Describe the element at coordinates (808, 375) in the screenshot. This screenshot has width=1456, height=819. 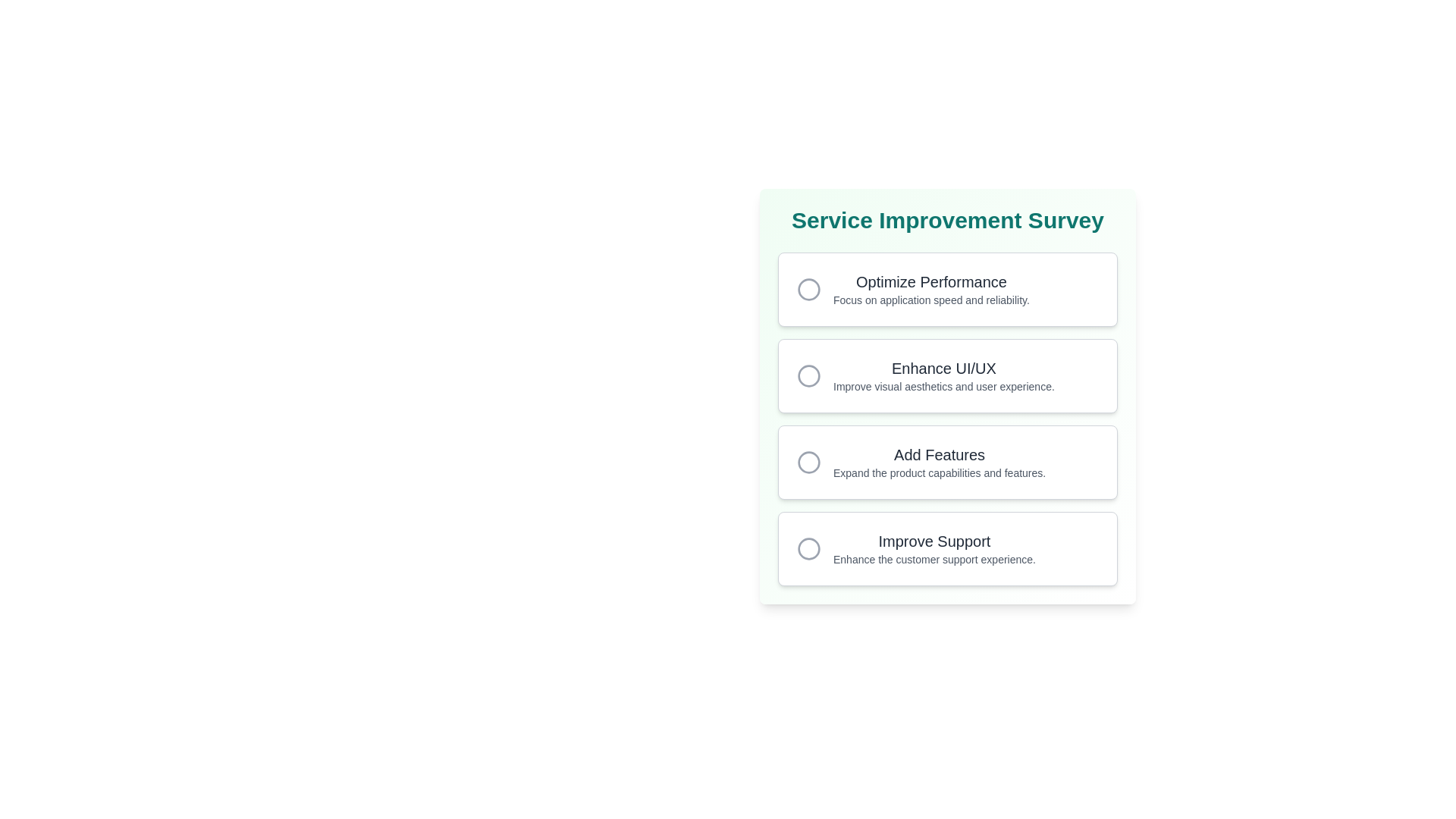
I see `the interactive radio button indicator for the 'Enhance UI/UX' option in the 'Service Improvement Survey'` at that location.